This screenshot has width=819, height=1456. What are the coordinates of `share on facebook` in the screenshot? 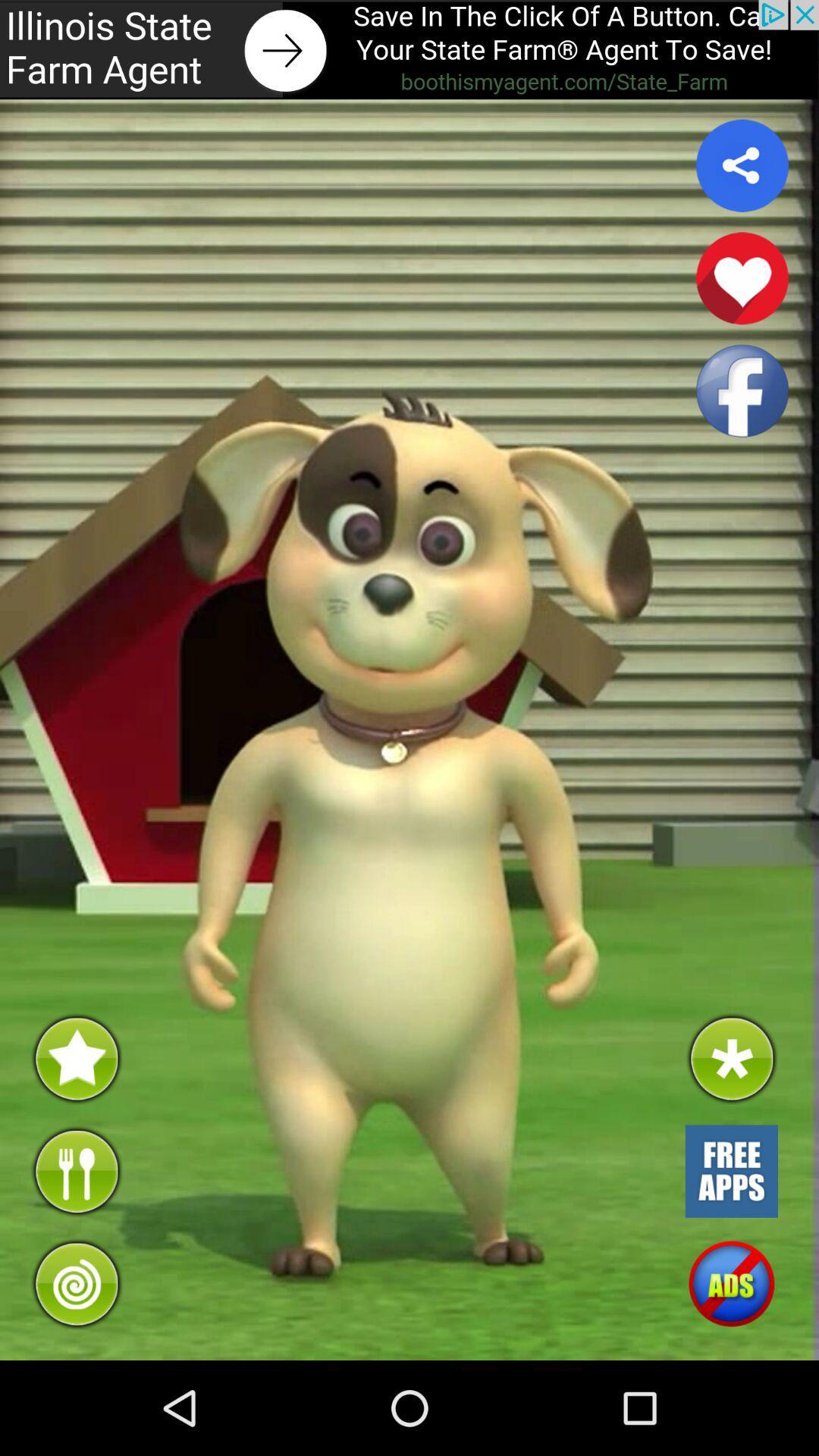 It's located at (742, 391).